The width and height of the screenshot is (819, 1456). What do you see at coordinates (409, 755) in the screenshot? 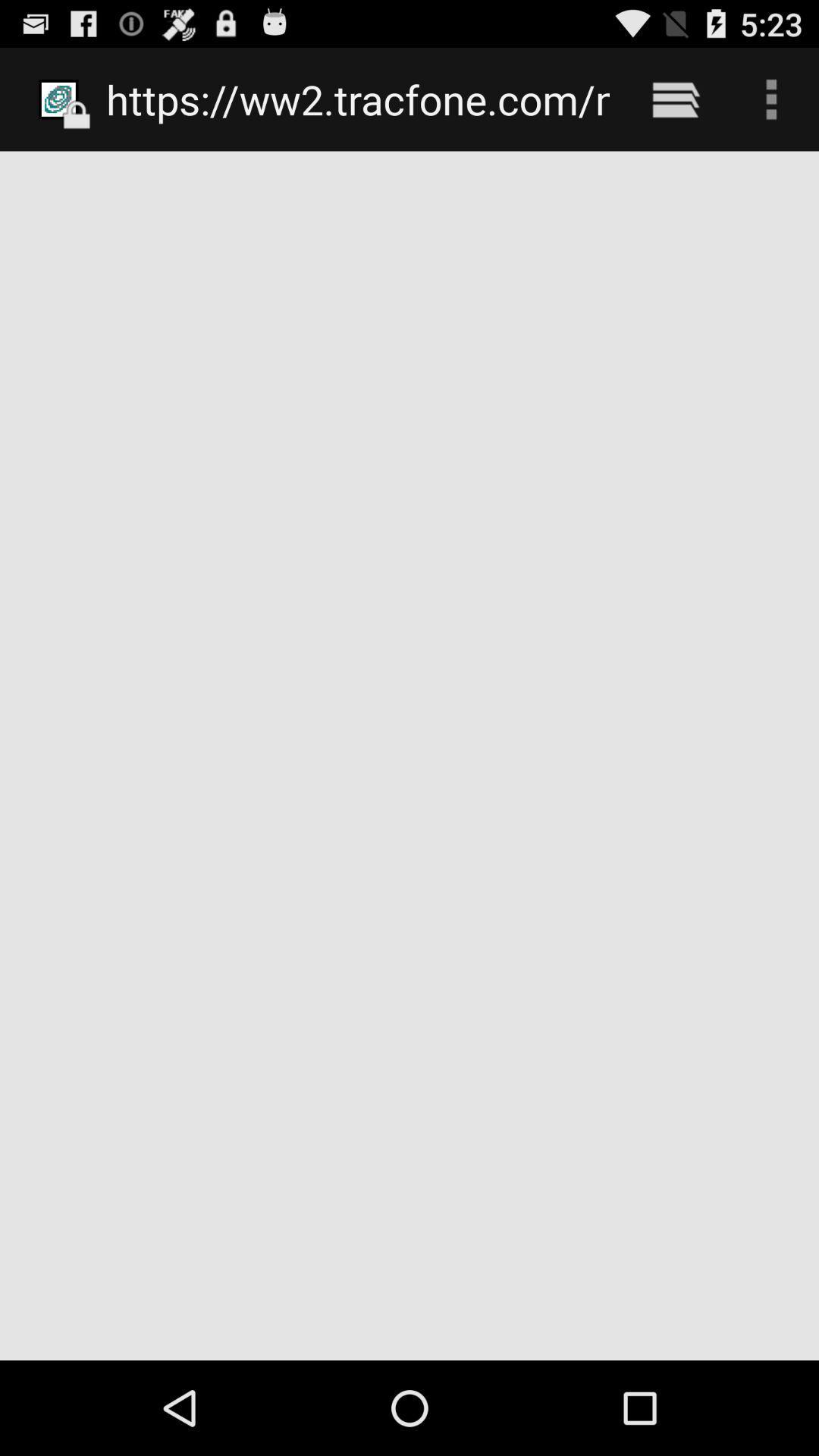
I see `item below https ww2 tracfone icon` at bounding box center [409, 755].